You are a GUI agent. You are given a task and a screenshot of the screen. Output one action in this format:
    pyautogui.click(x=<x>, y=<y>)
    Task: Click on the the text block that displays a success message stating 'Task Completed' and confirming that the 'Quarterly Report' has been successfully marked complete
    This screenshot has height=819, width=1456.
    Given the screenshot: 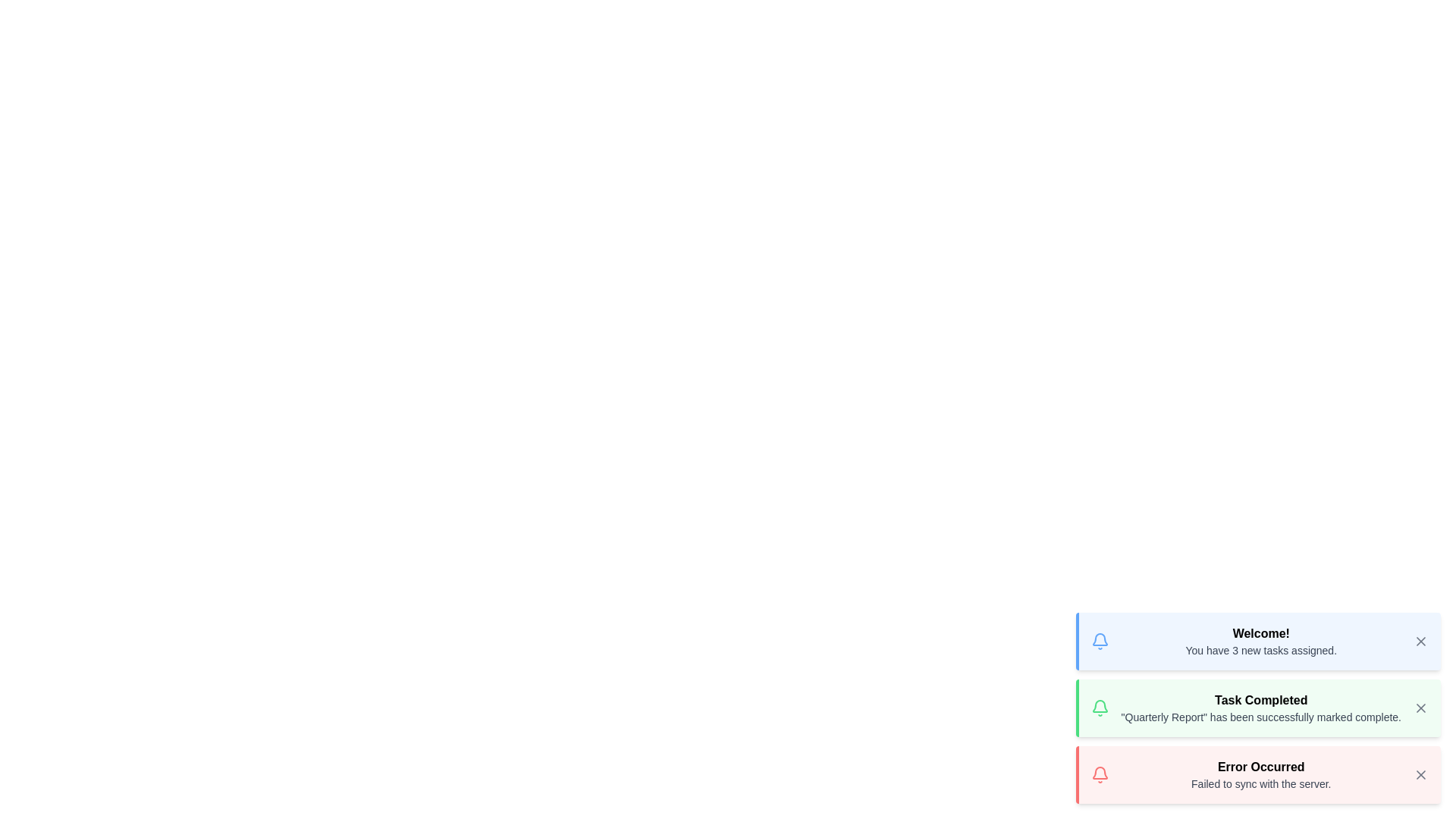 What is the action you would take?
    pyautogui.click(x=1261, y=708)
    